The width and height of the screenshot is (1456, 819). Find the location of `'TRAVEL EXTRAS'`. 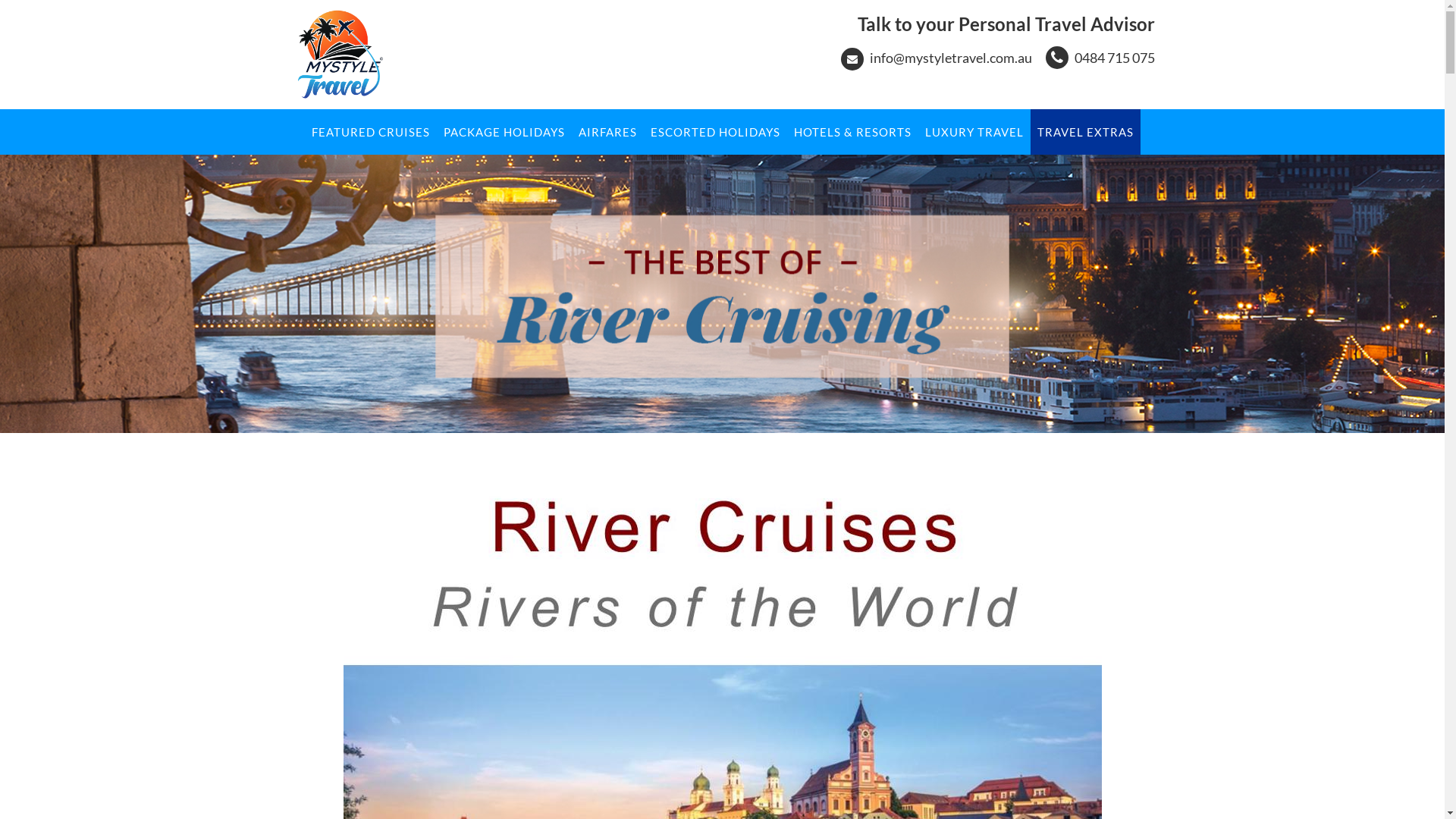

'TRAVEL EXTRAS' is located at coordinates (1084, 130).